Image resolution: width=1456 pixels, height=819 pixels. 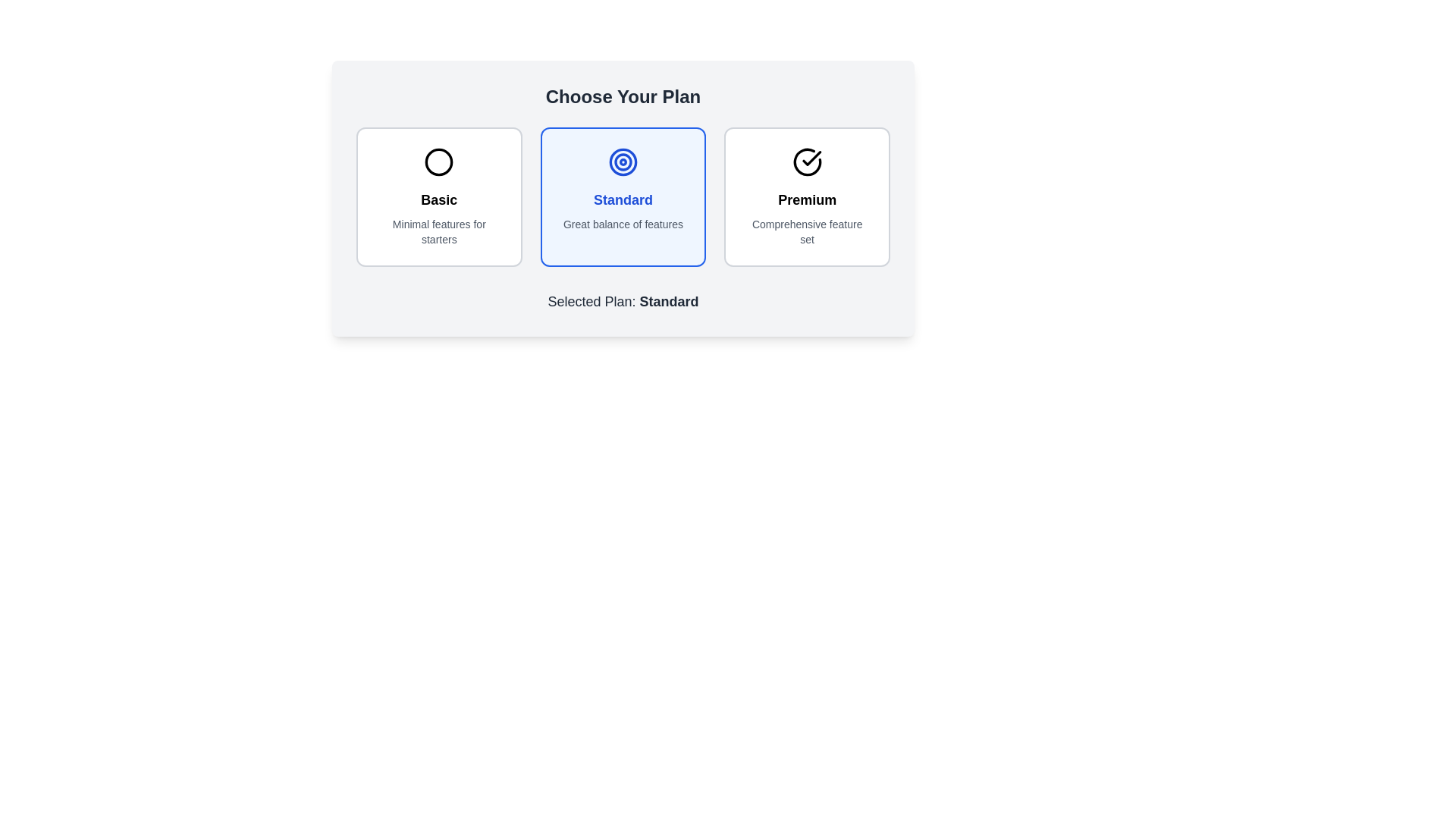 I want to click on the 'Standard' plan option card in the selection grid, so click(x=623, y=196).